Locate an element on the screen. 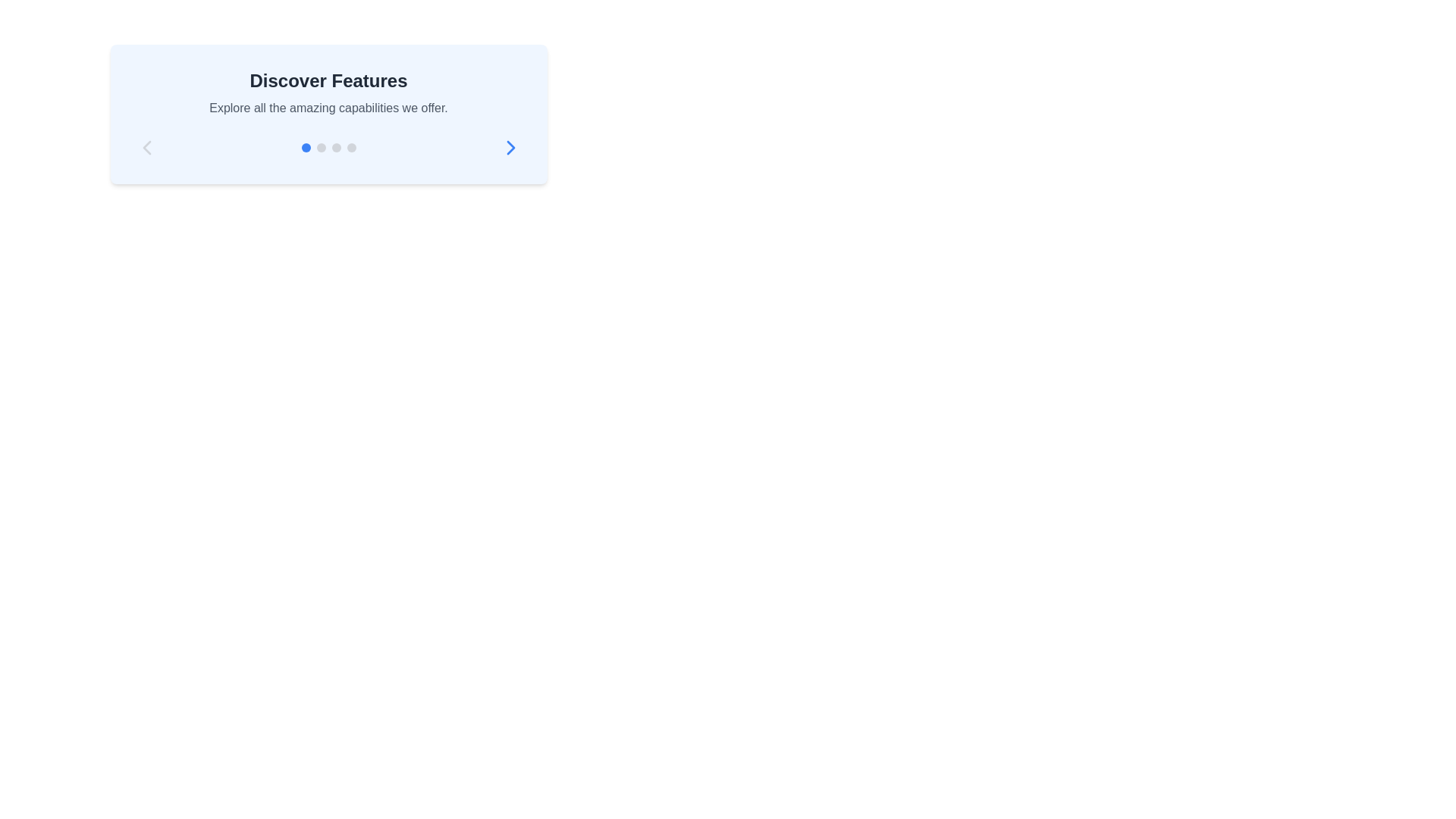  the right-pointing chevron icon styled in vivid blue, which is the last navigation element in the 'Discover Features' card is located at coordinates (510, 148).